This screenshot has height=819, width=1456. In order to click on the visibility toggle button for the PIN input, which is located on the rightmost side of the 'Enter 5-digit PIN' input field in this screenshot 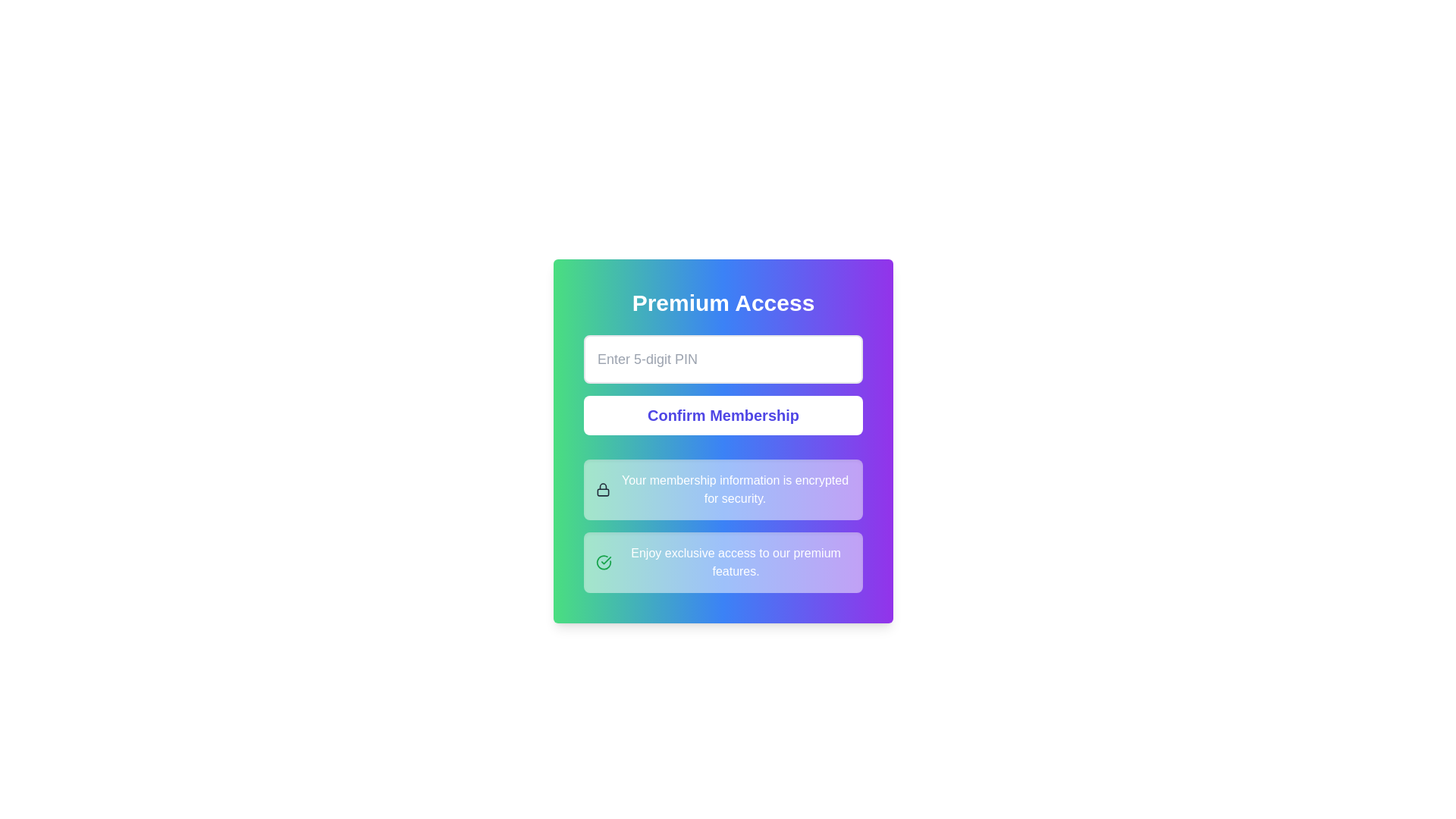, I will do `click(840, 359)`.